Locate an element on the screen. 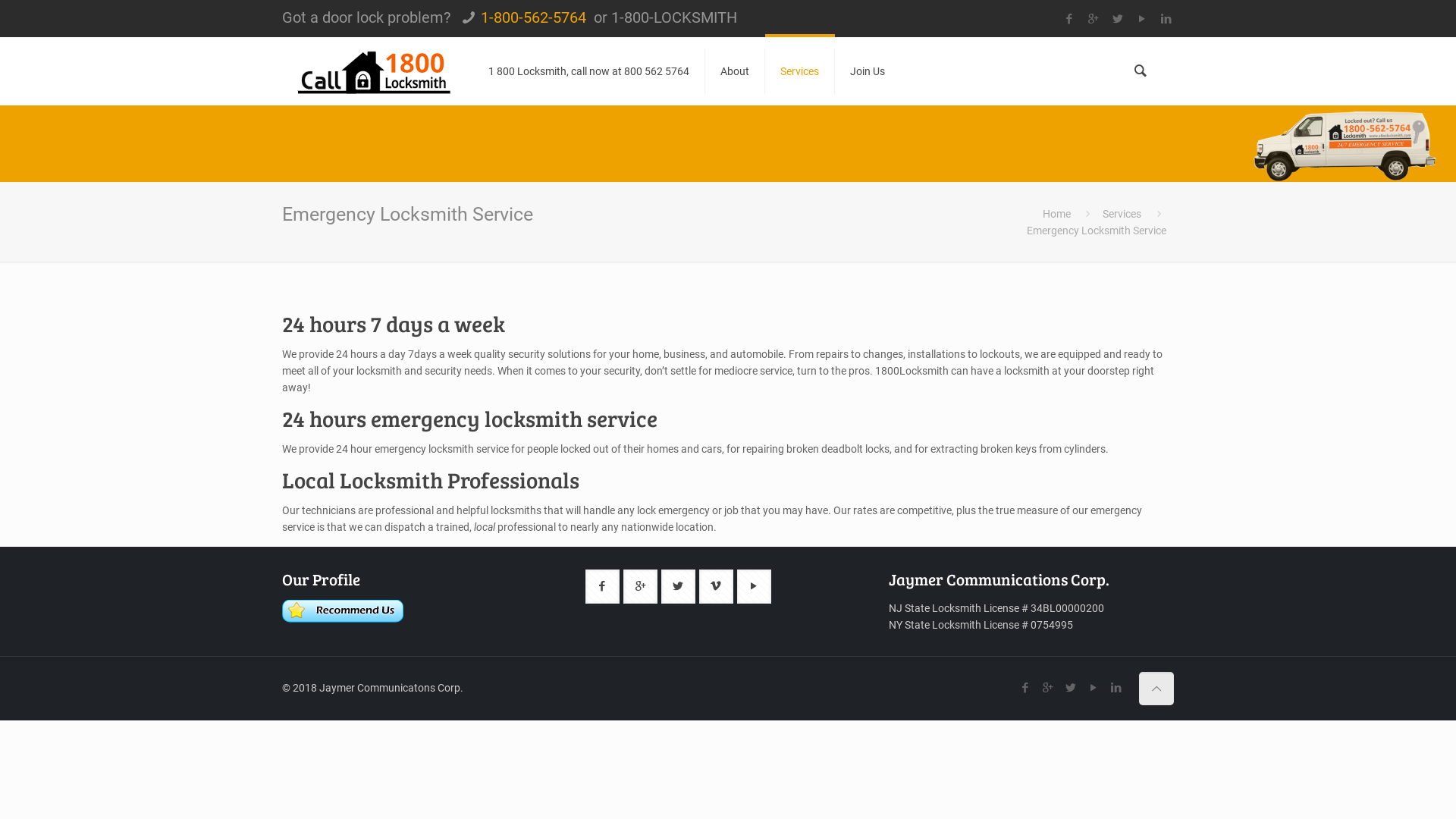 This screenshot has width=1456, height=819. 'Join Us' is located at coordinates (867, 71).